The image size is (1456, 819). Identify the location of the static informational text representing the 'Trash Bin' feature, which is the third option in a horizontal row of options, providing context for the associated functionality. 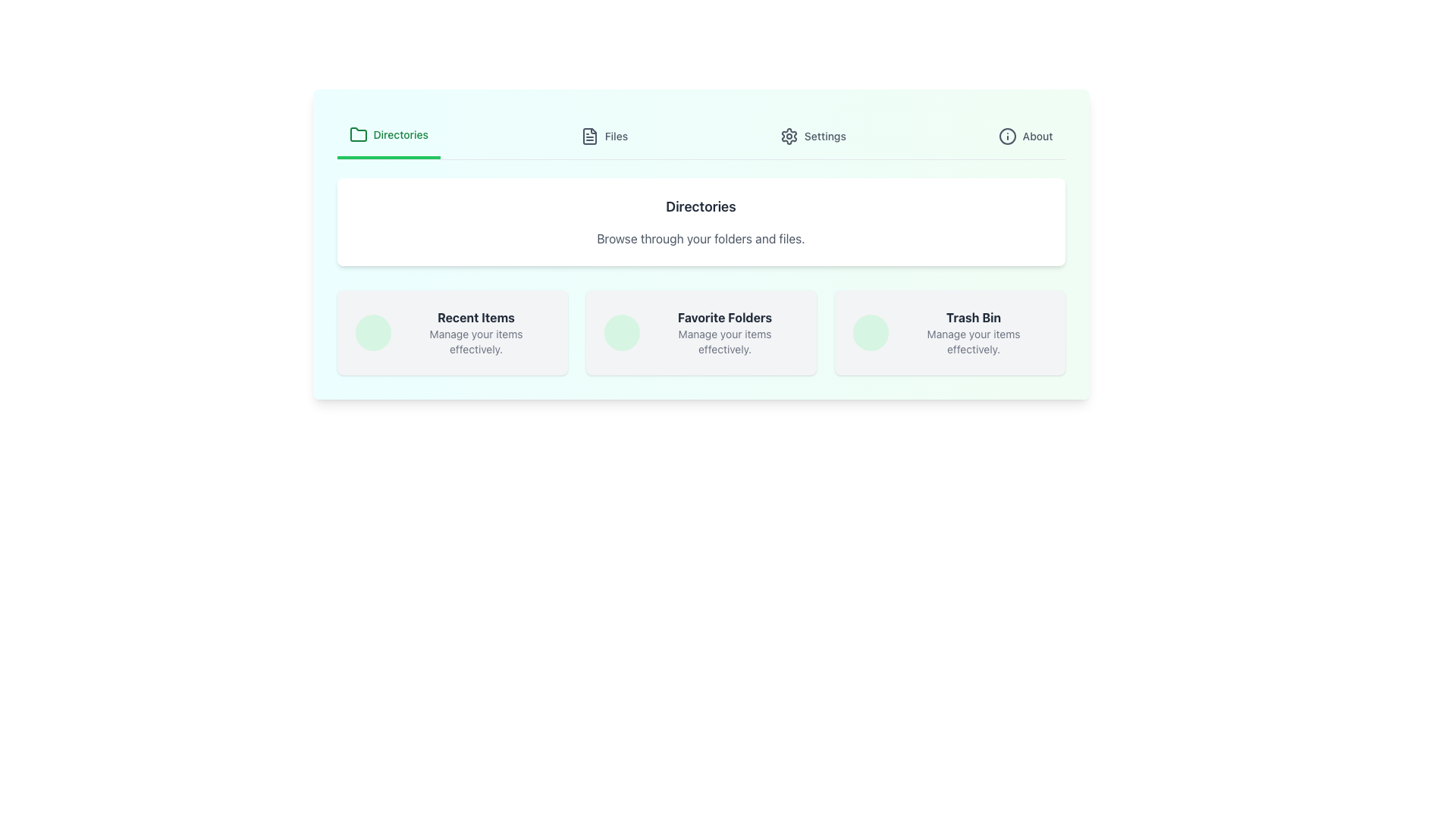
(974, 332).